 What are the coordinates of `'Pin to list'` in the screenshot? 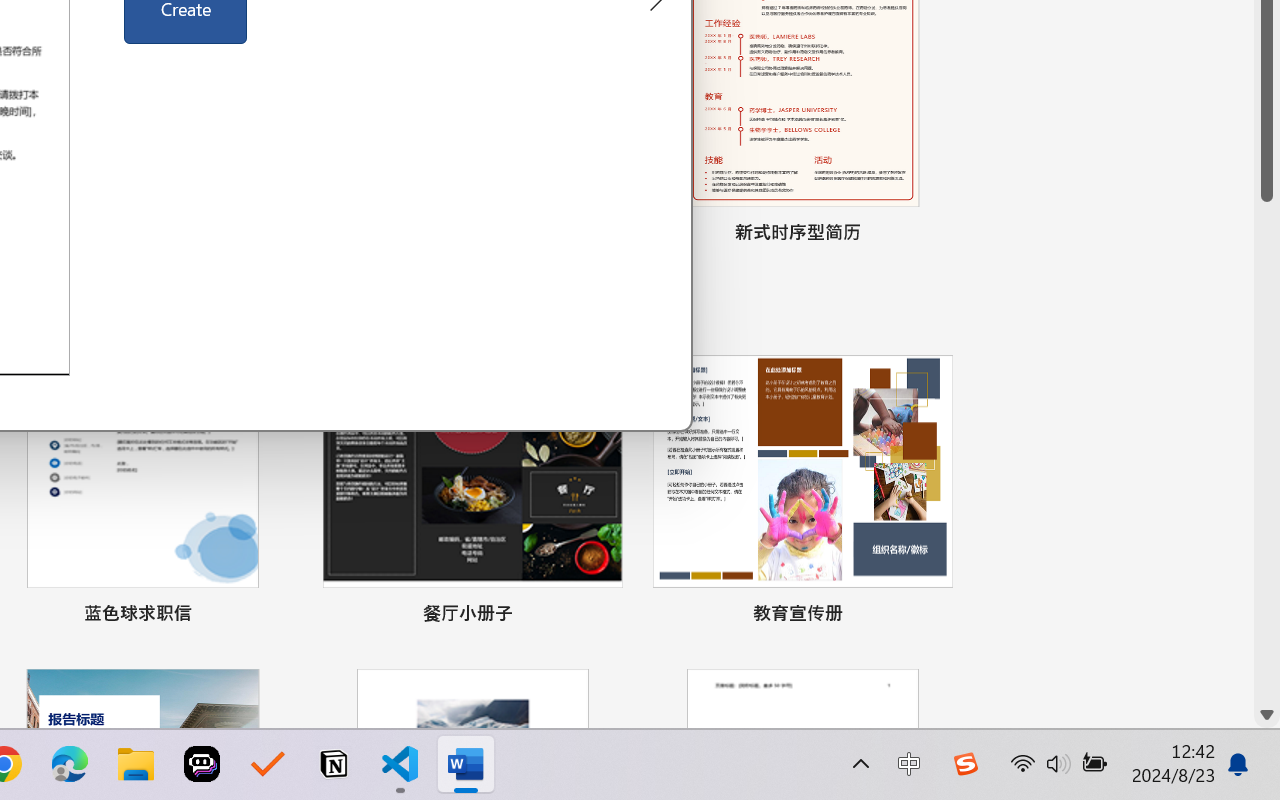 It's located at (933, 616).